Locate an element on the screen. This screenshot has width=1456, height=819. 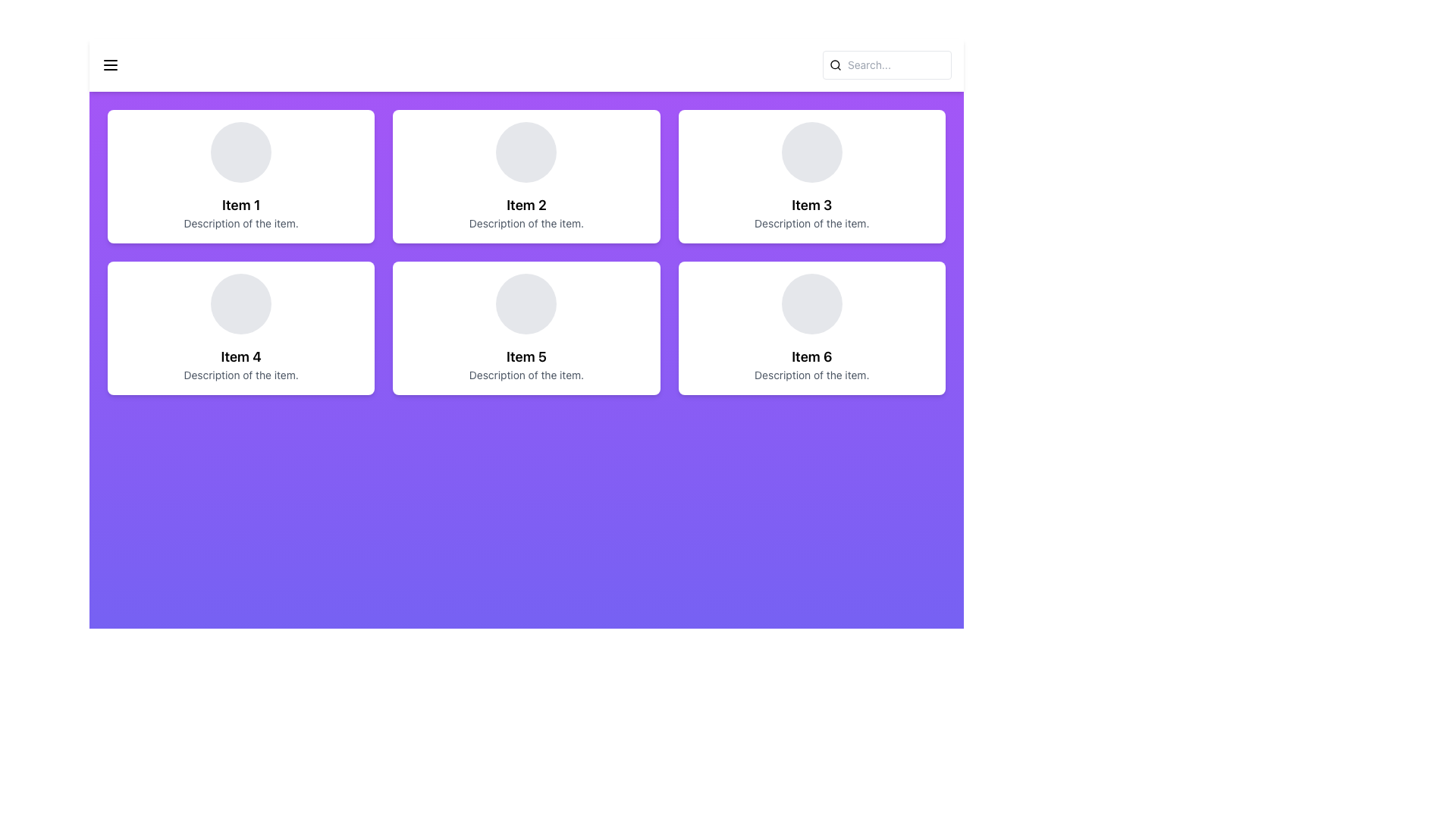
the circular placeholder element with a gray background located at the top-center of the card labeled 'Item 1' in the top-left corner of the grid is located at coordinates (240, 152).